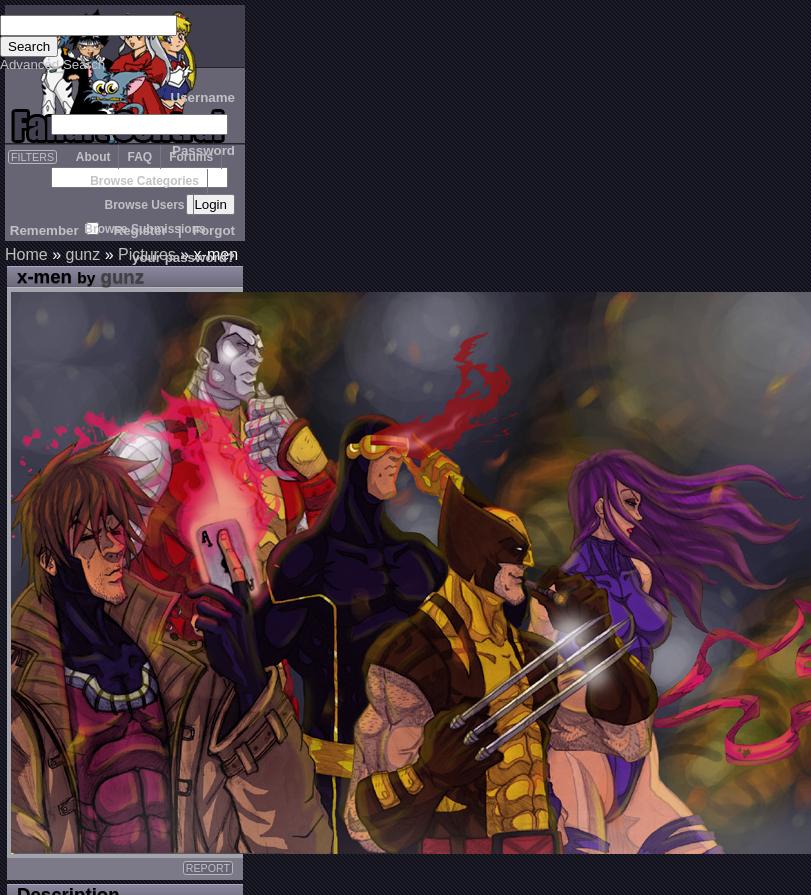  I want to click on 'Register', so click(139, 230).